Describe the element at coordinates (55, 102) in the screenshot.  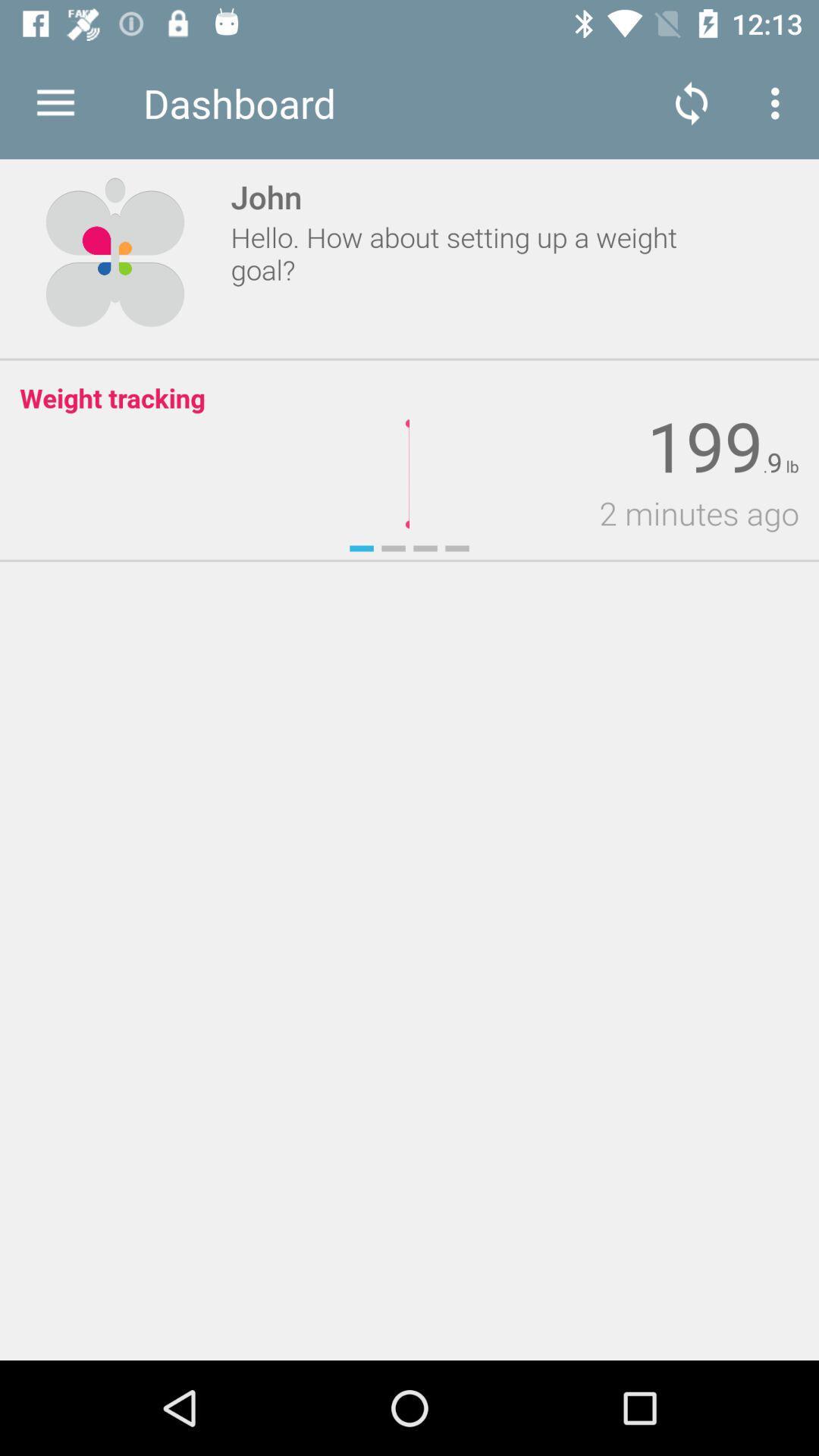
I see `item to the left of the dashboard item` at that location.